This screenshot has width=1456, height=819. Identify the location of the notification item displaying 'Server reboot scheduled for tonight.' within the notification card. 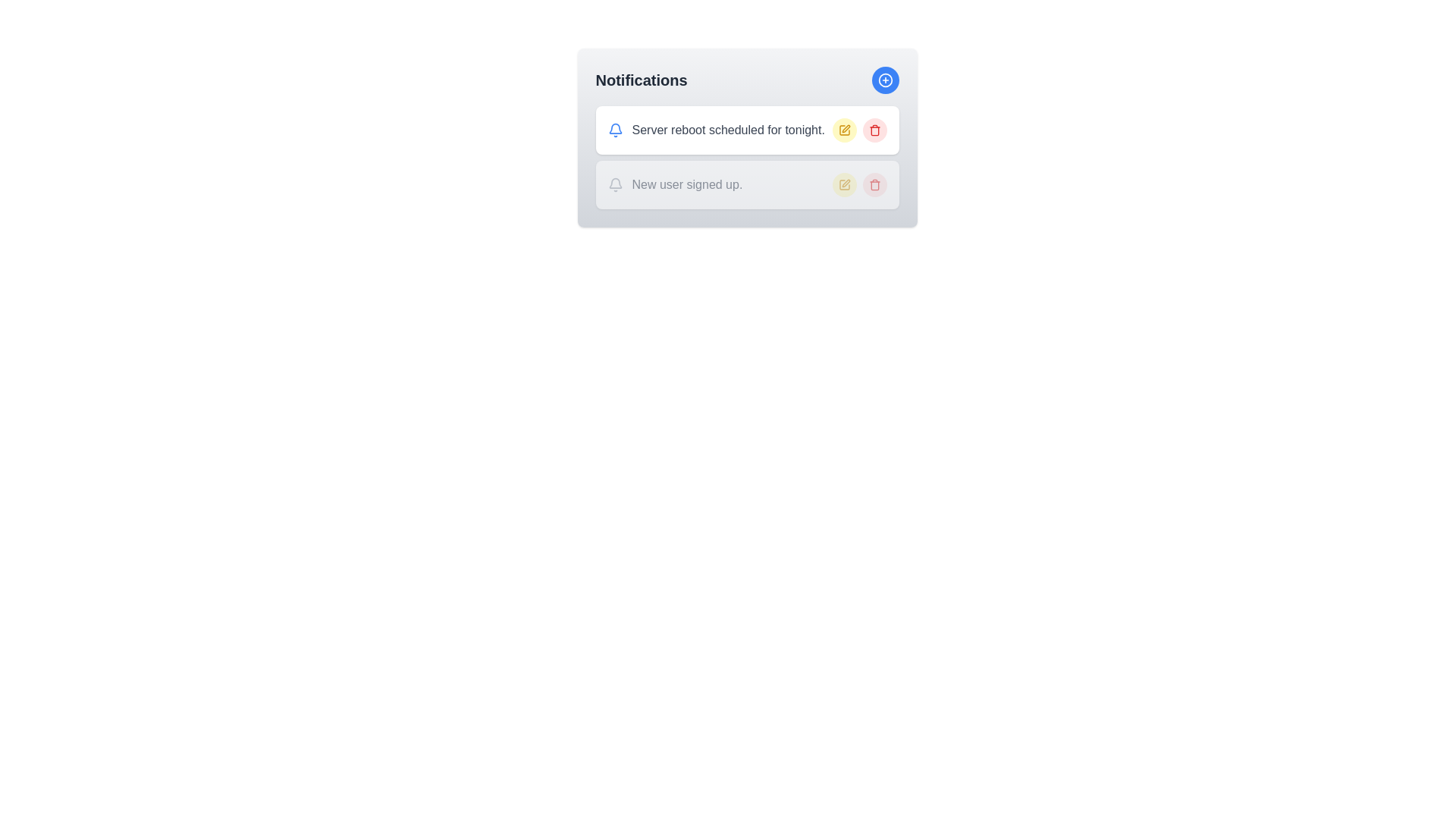
(747, 137).